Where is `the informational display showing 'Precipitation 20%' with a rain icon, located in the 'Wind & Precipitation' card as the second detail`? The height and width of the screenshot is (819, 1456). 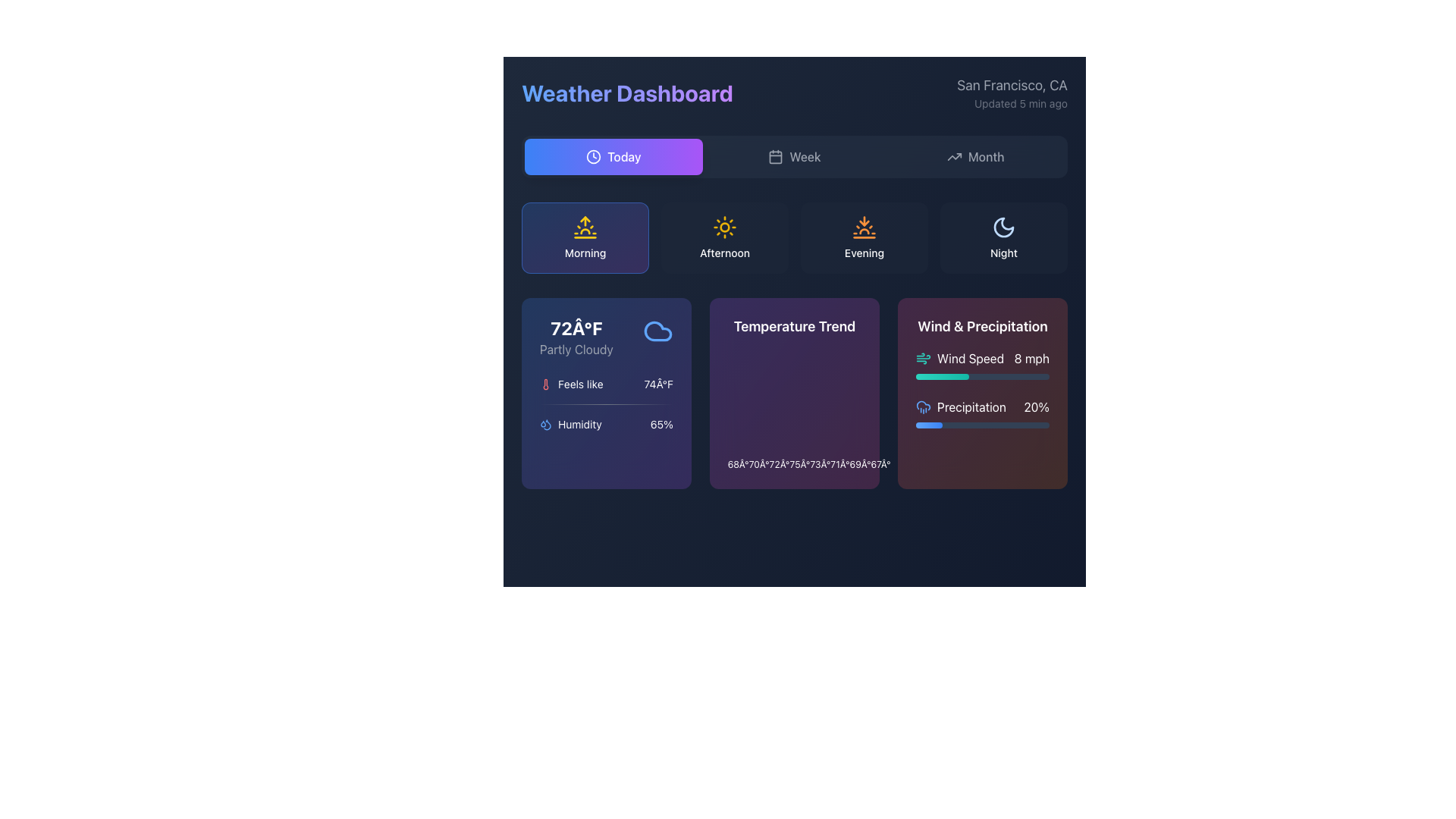 the informational display showing 'Precipitation 20%' with a rain icon, located in the 'Wind & Precipitation' card as the second detail is located at coordinates (983, 406).